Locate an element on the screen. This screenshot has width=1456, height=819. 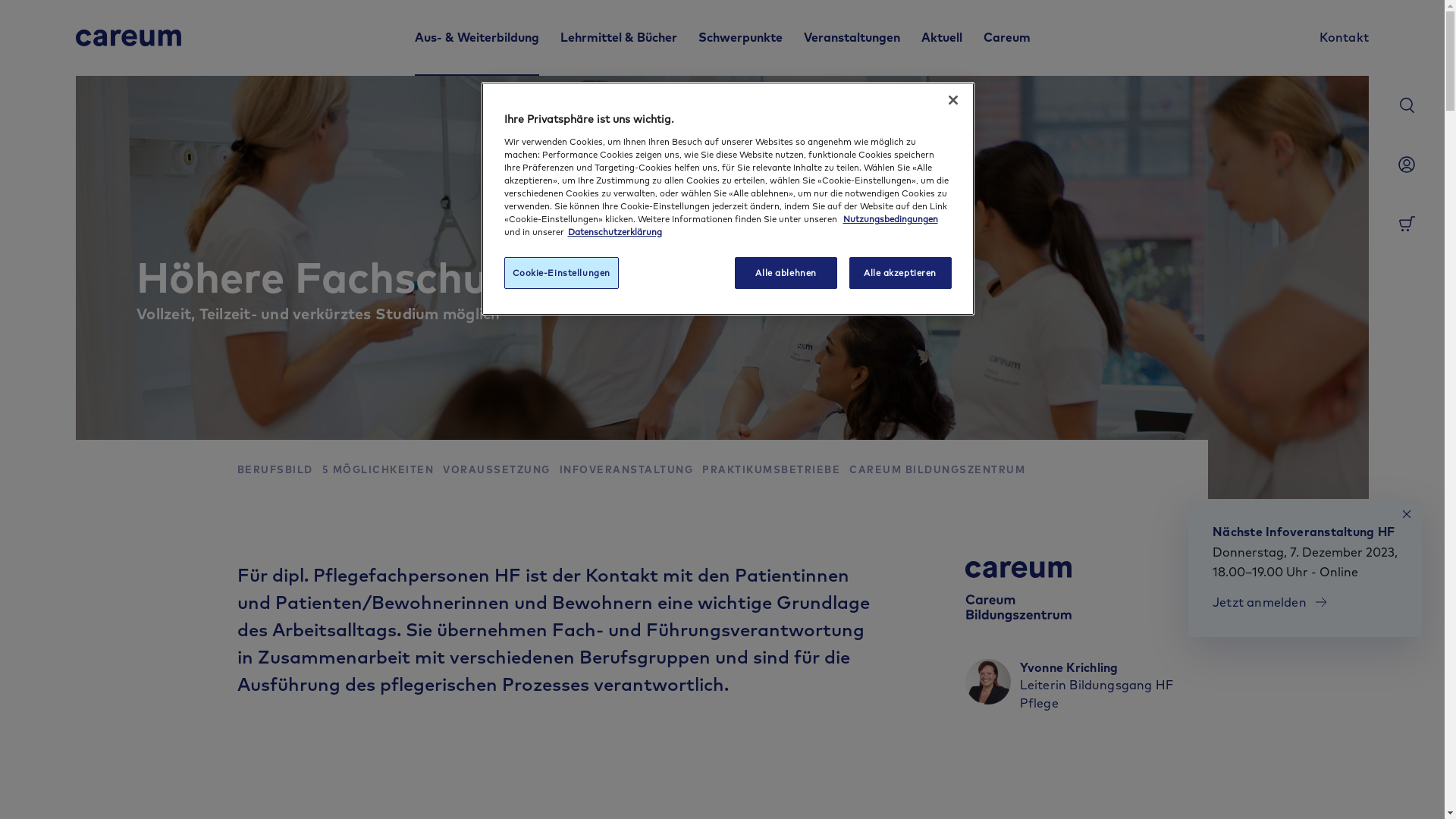
'BERUFSBILD' is located at coordinates (274, 469).